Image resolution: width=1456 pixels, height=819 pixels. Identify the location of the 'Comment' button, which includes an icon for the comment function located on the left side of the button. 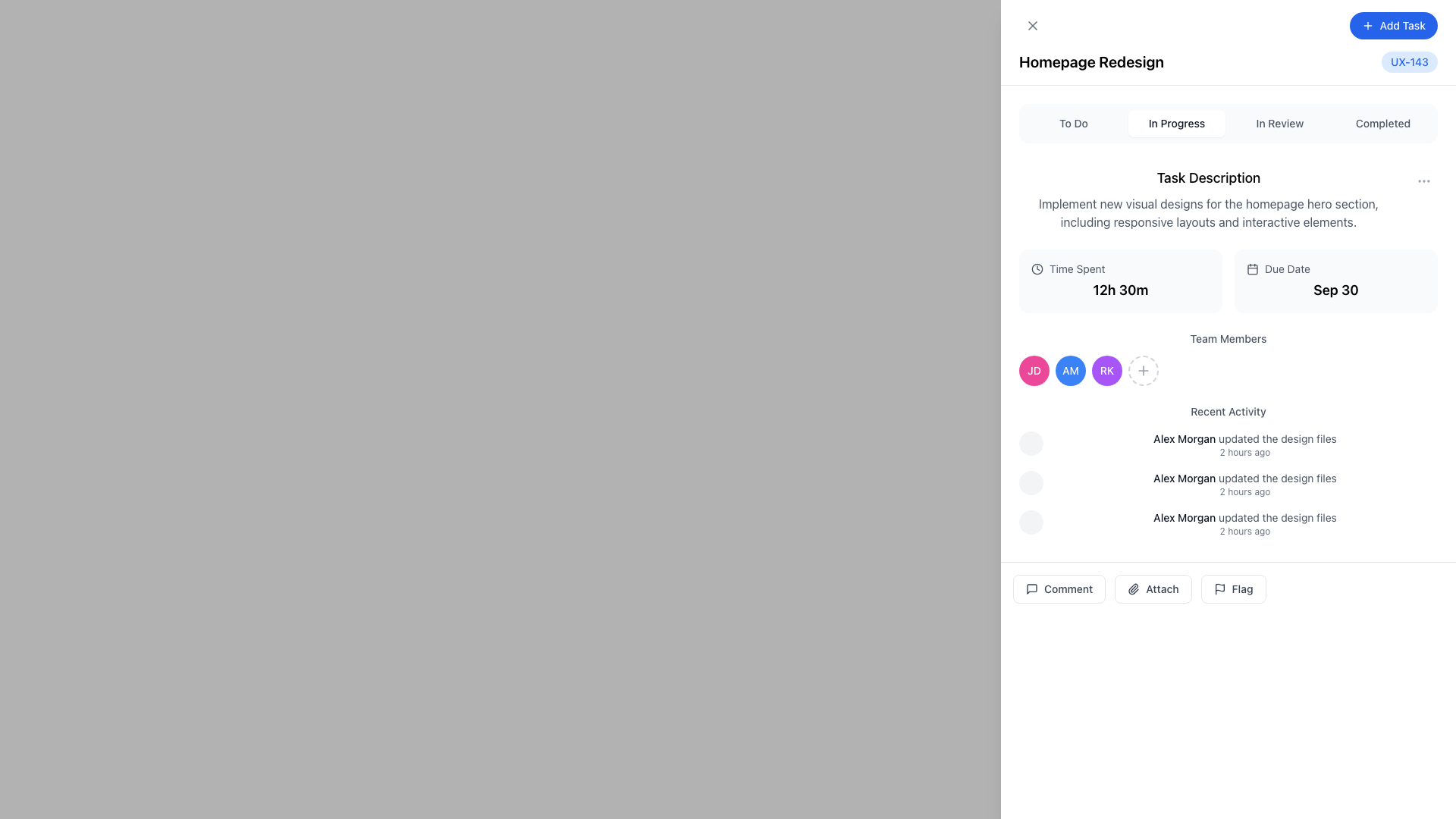
(1031, 588).